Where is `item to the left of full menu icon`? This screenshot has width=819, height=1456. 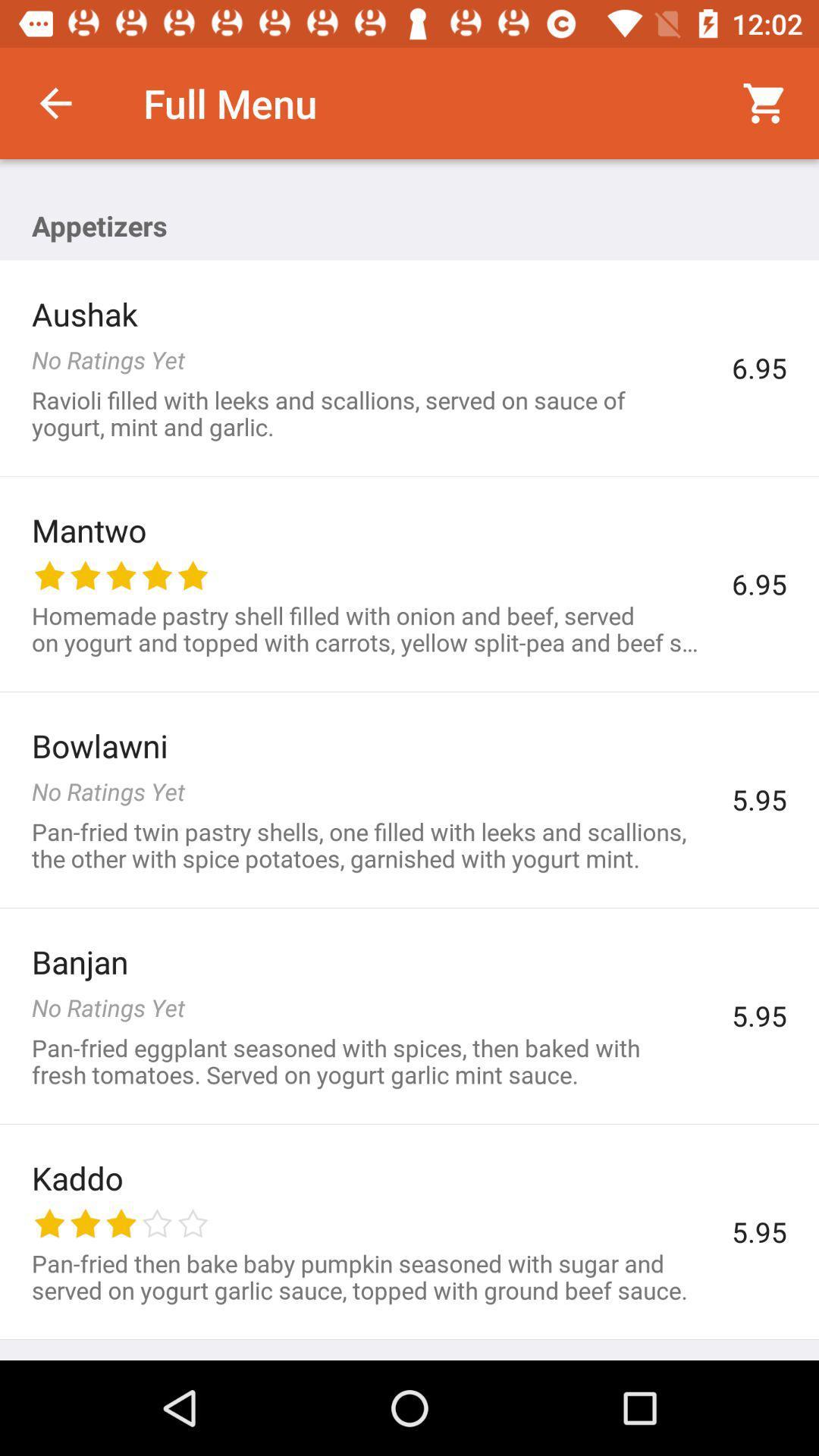 item to the left of full menu icon is located at coordinates (55, 102).